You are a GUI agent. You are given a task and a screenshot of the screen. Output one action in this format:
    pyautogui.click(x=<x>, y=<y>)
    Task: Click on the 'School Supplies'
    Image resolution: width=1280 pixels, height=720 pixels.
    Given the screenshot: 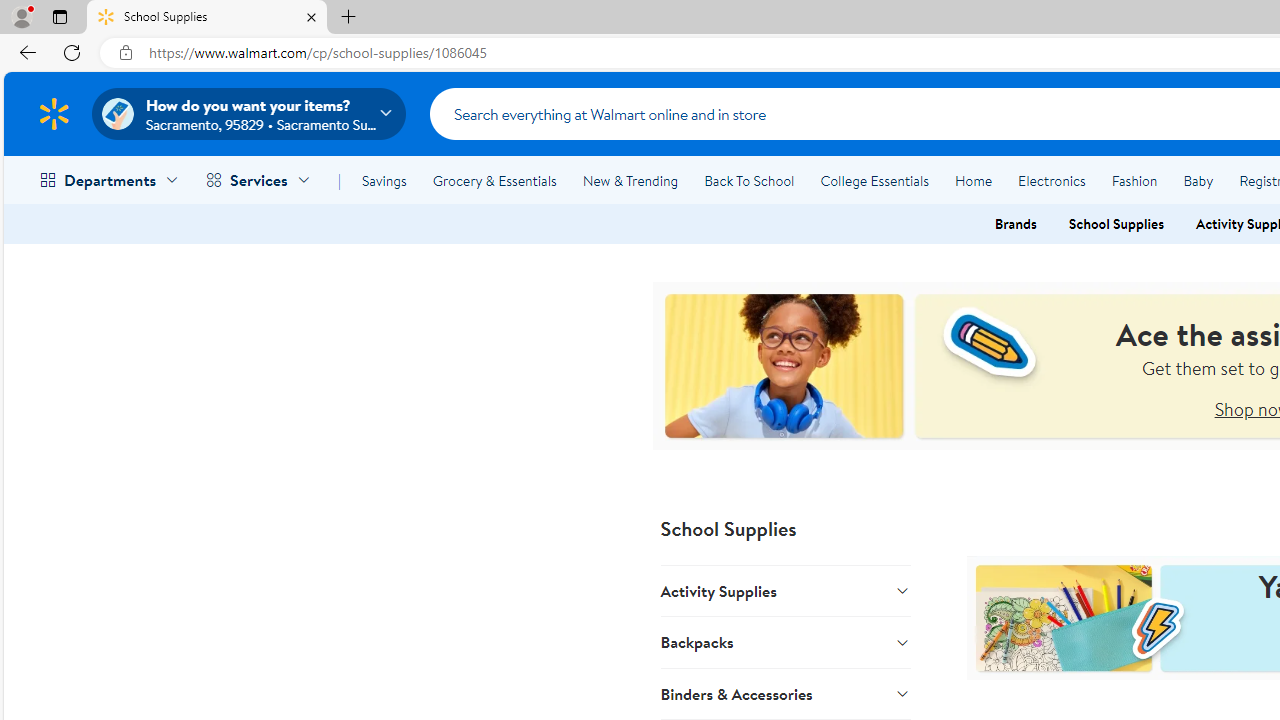 What is the action you would take?
    pyautogui.click(x=1115, y=224)
    